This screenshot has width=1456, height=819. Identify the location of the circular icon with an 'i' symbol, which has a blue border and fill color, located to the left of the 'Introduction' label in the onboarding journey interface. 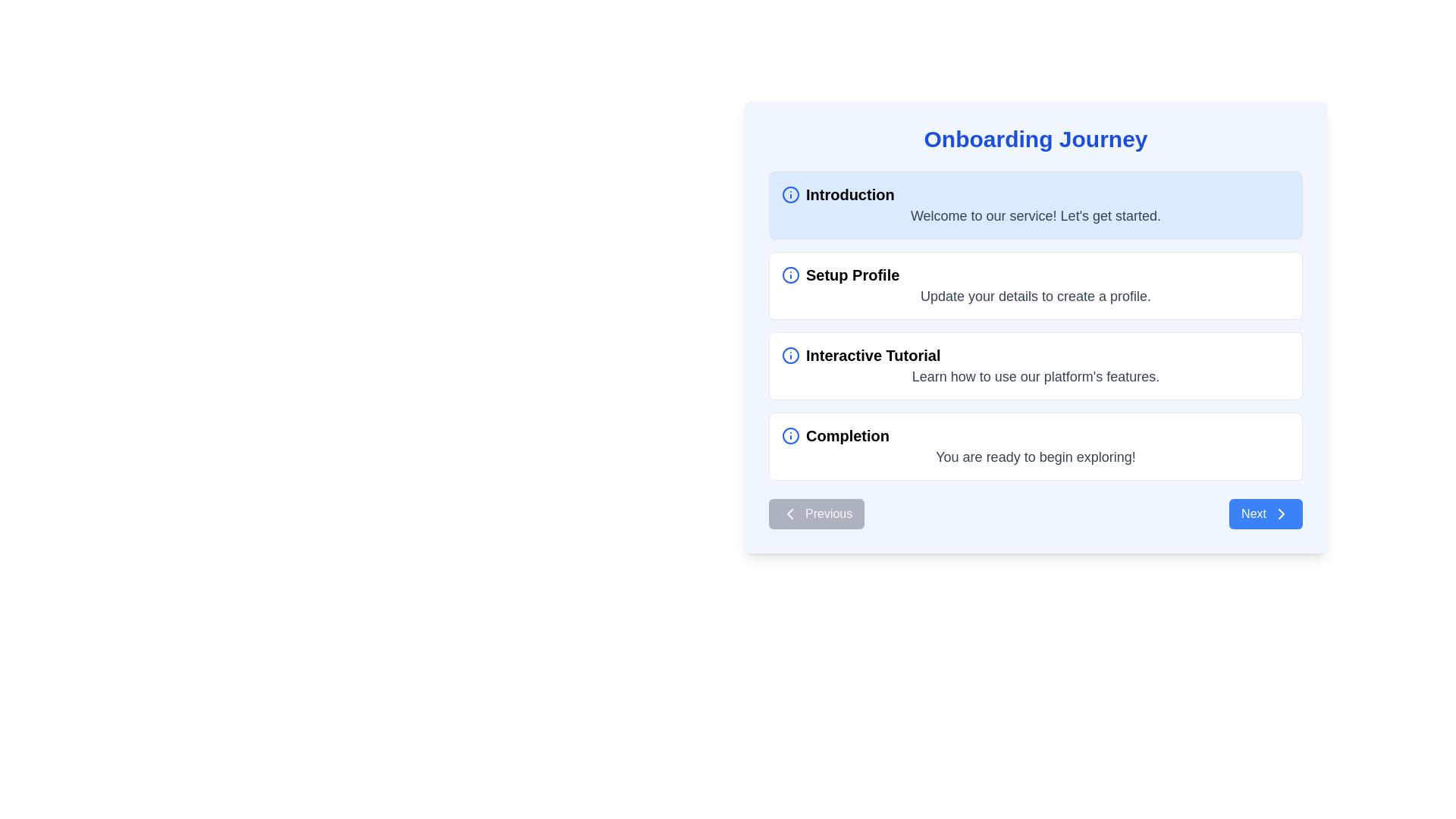
(789, 194).